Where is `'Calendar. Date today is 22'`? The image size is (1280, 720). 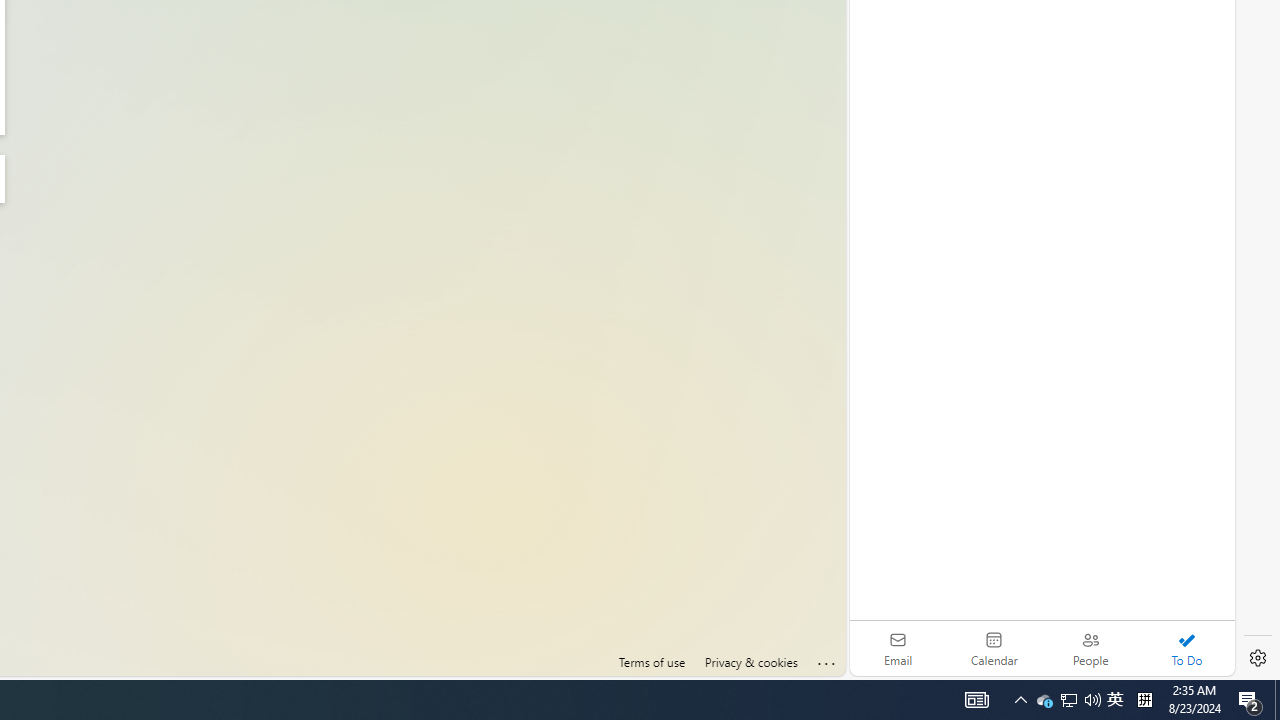 'Calendar. Date today is 22' is located at coordinates (994, 648).